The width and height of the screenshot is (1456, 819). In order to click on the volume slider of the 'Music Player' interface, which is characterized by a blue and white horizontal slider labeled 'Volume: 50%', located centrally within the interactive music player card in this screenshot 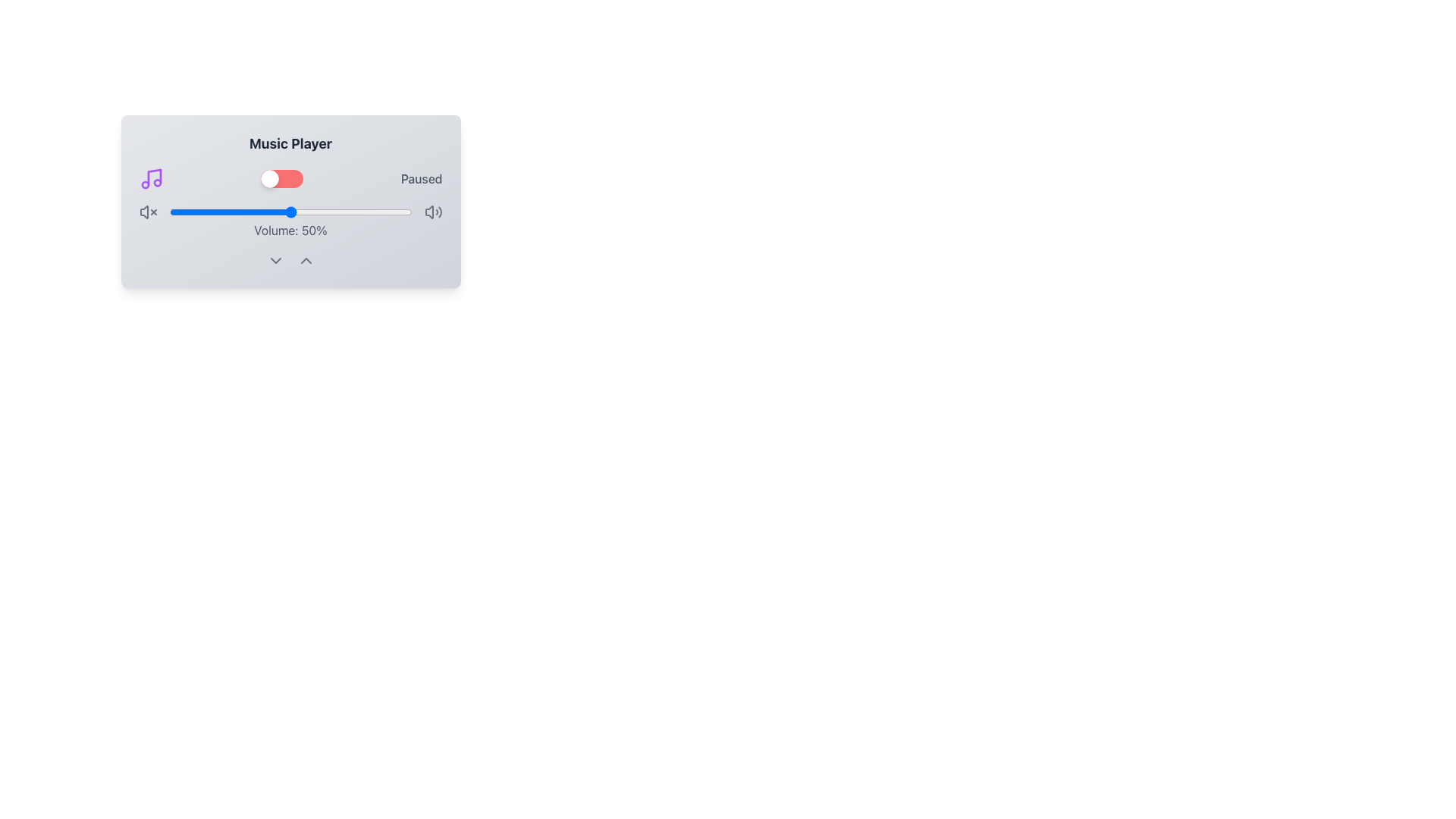, I will do `click(290, 201)`.